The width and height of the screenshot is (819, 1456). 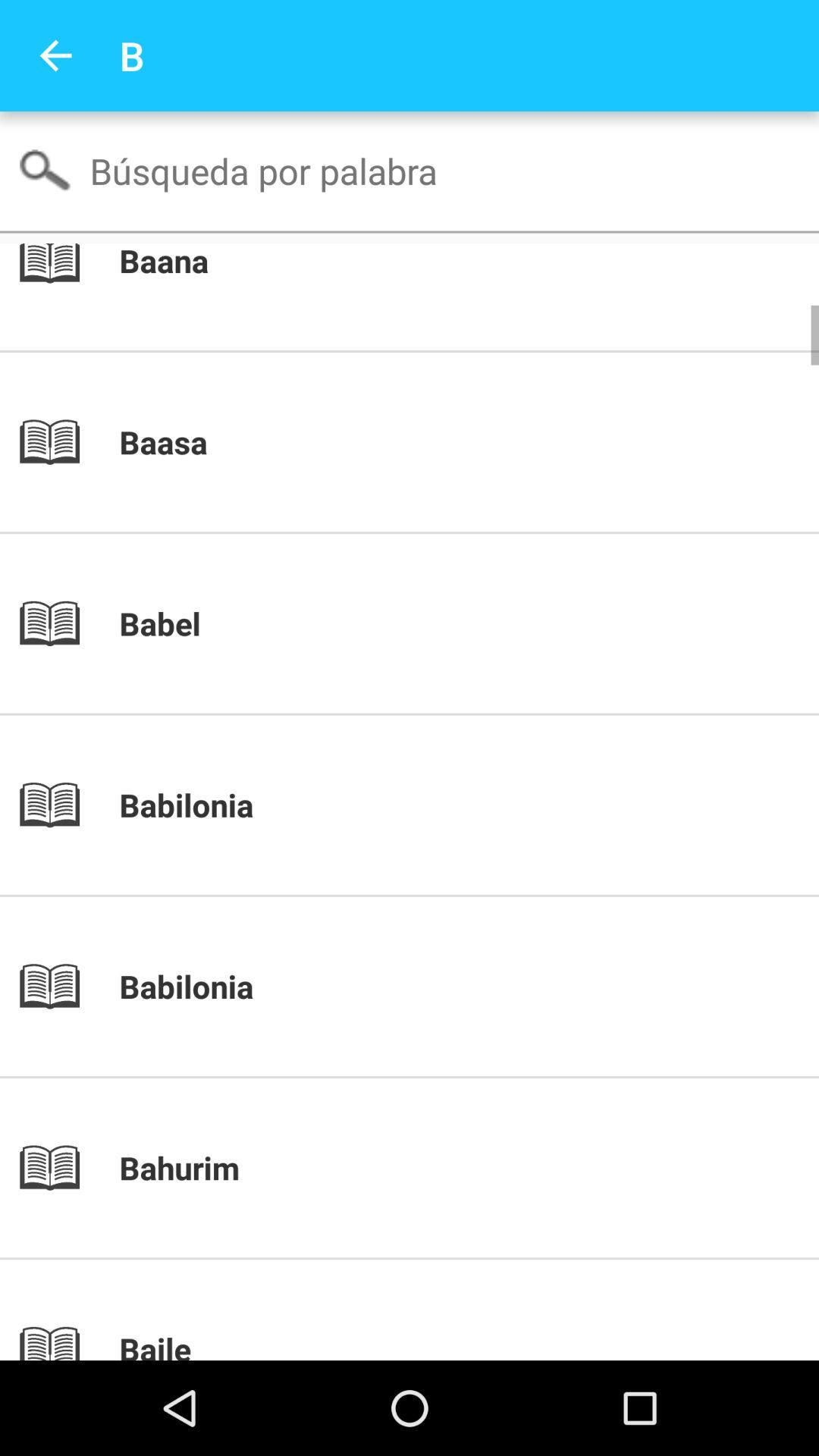 What do you see at coordinates (435, 1344) in the screenshot?
I see `the baile` at bounding box center [435, 1344].